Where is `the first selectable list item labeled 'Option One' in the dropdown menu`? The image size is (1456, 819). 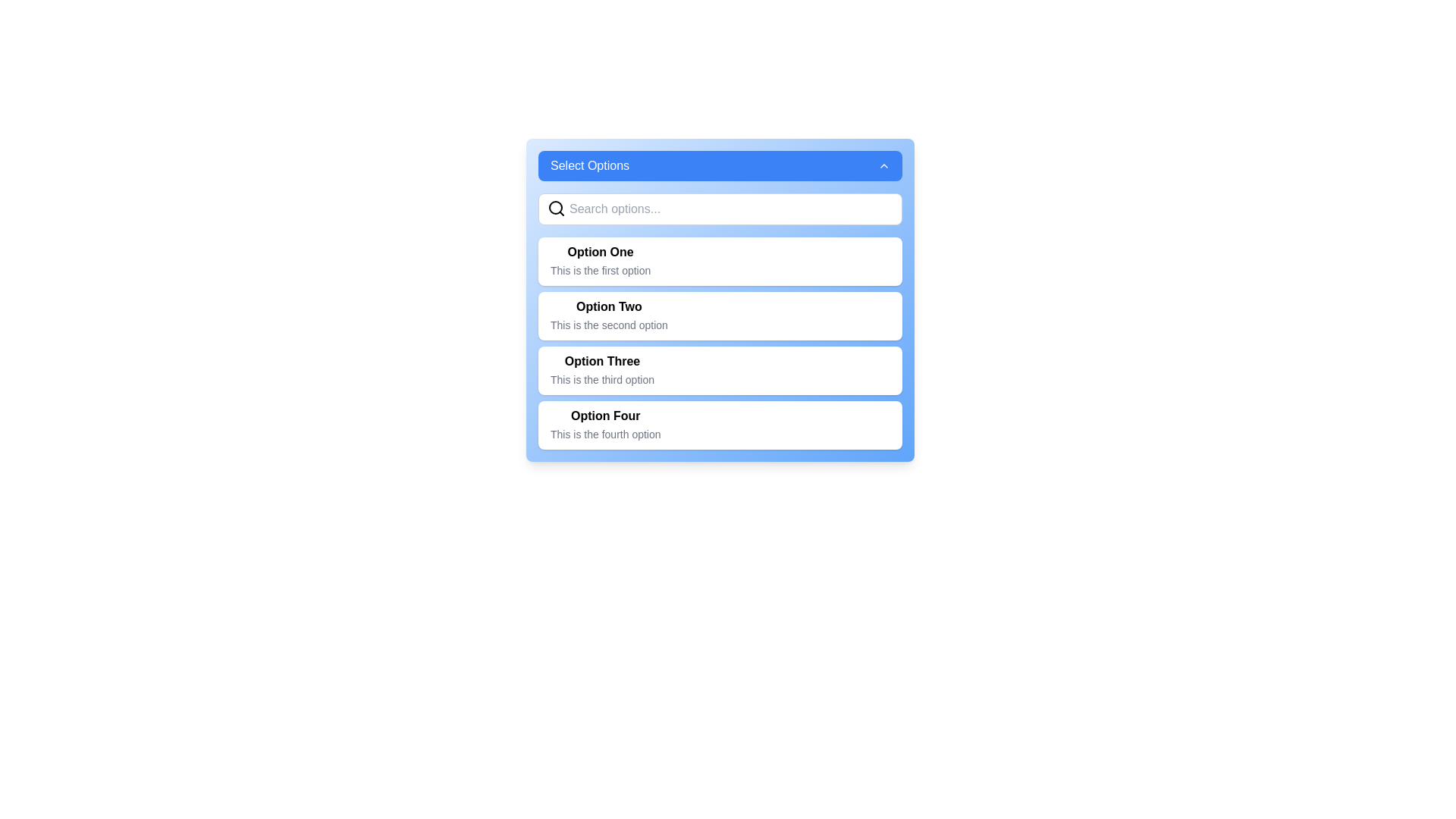 the first selectable list item labeled 'Option One' in the dropdown menu is located at coordinates (600, 260).